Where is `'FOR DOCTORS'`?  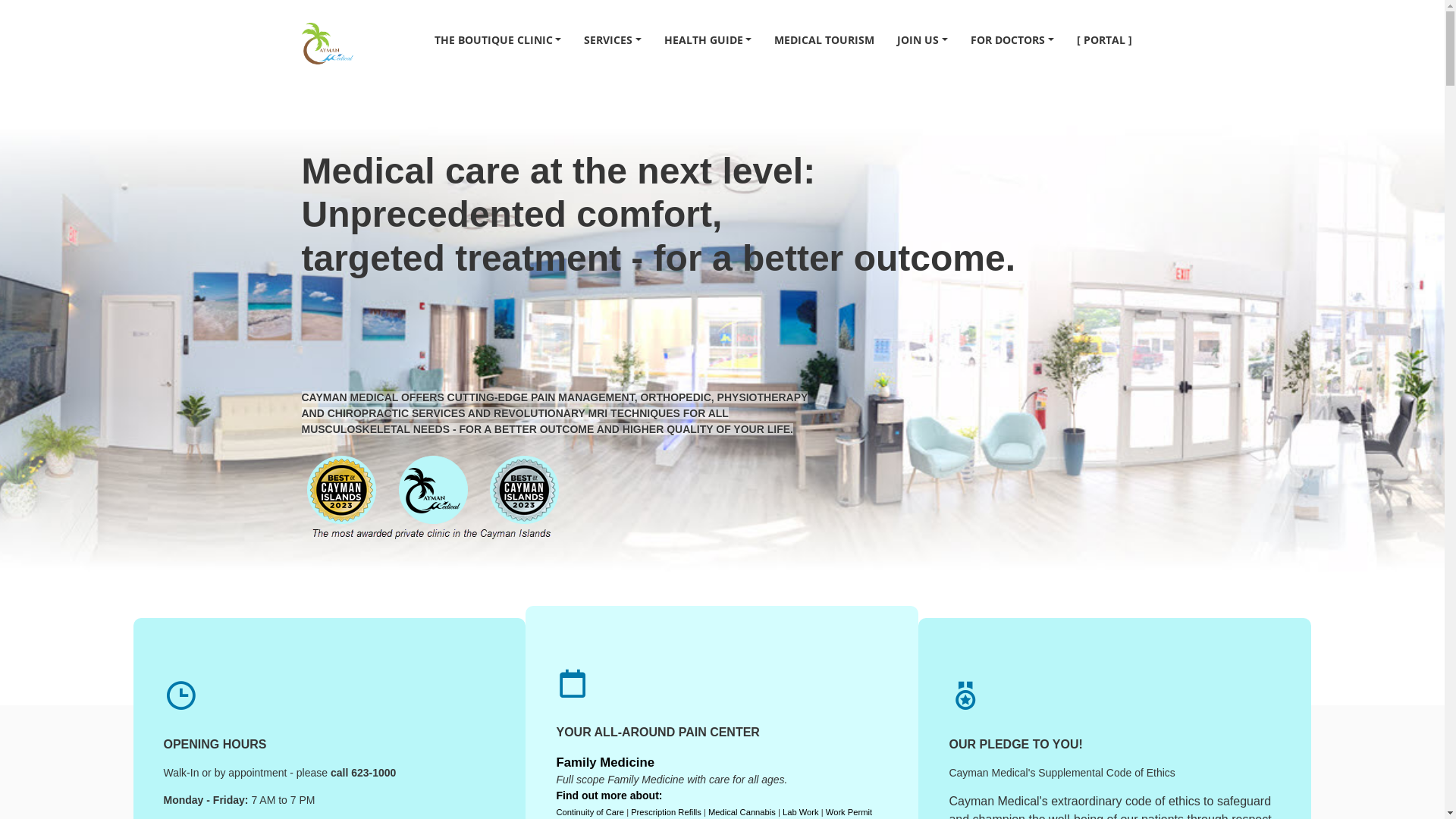
'FOR DOCTORS' is located at coordinates (1012, 39).